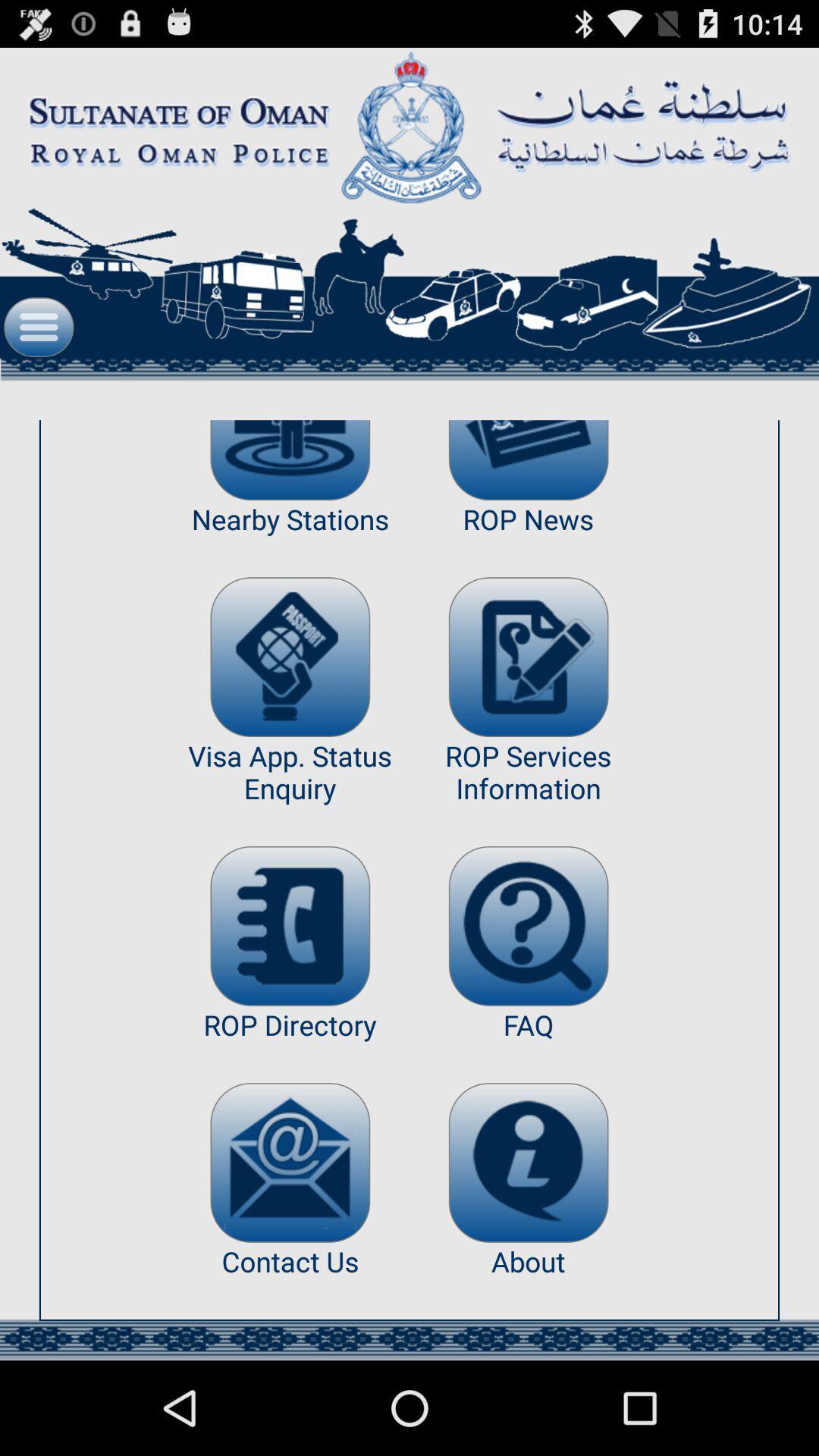  What do you see at coordinates (528, 1162) in the screenshot?
I see `about` at bounding box center [528, 1162].